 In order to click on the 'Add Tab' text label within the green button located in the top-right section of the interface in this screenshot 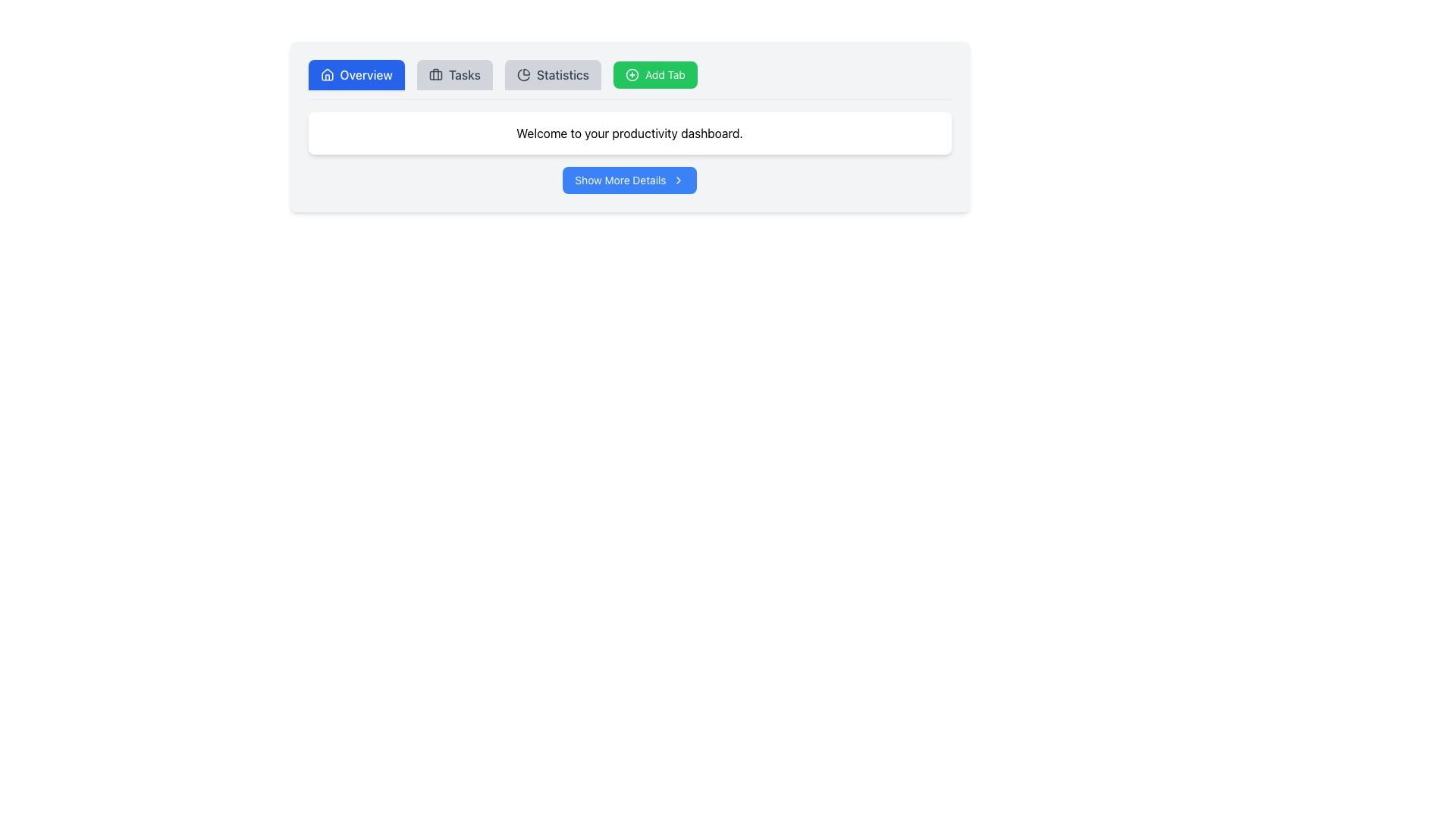, I will do `click(665, 75)`.